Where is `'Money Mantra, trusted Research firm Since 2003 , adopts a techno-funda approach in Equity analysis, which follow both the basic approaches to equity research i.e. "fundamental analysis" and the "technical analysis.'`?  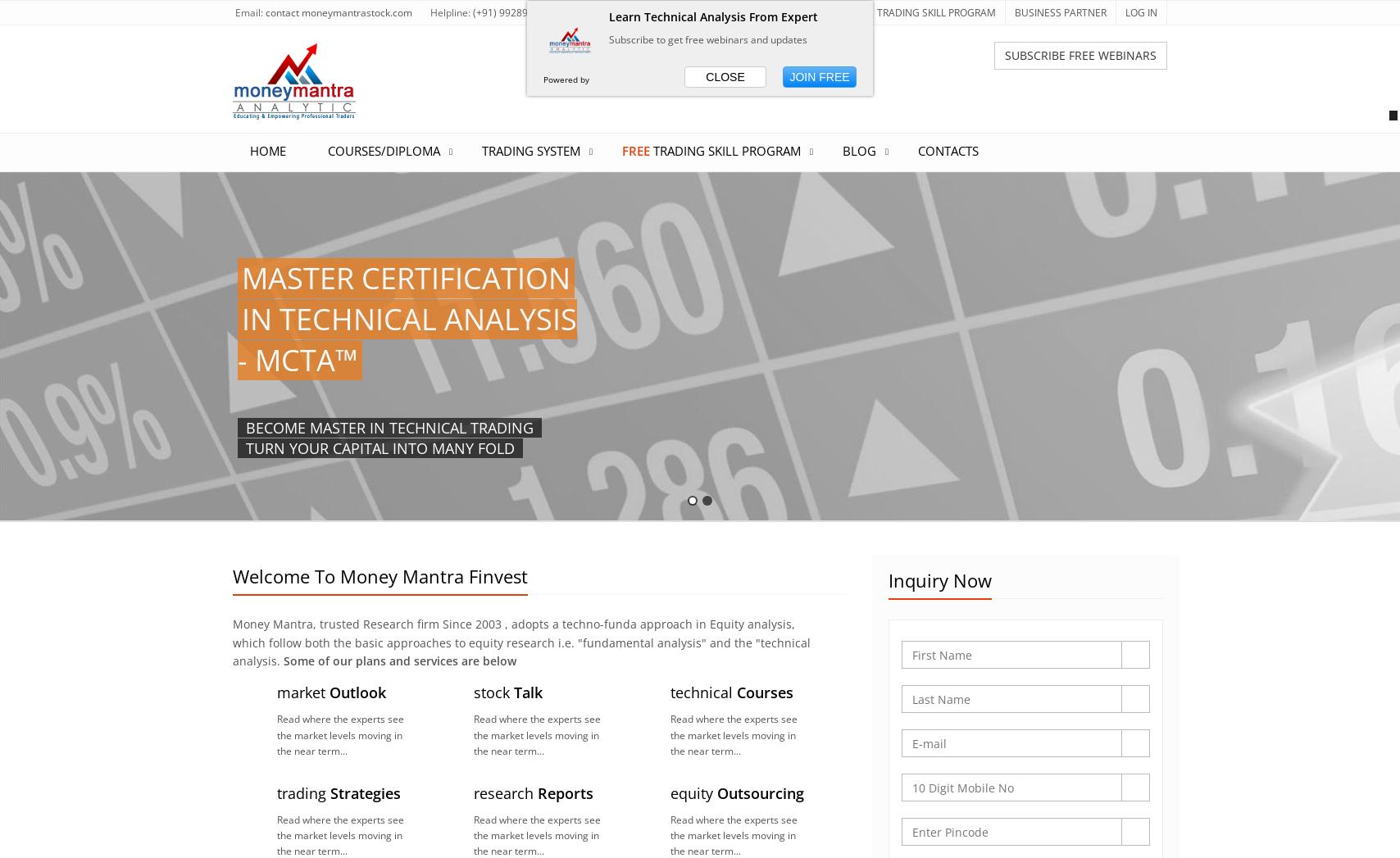
'Money Mantra, trusted Research firm Since 2003 , adopts a techno-funda approach in Equity analysis, which follow both the basic approaches to equity research i.e. "fundamental analysis" and the "technical analysis.' is located at coordinates (233, 641).